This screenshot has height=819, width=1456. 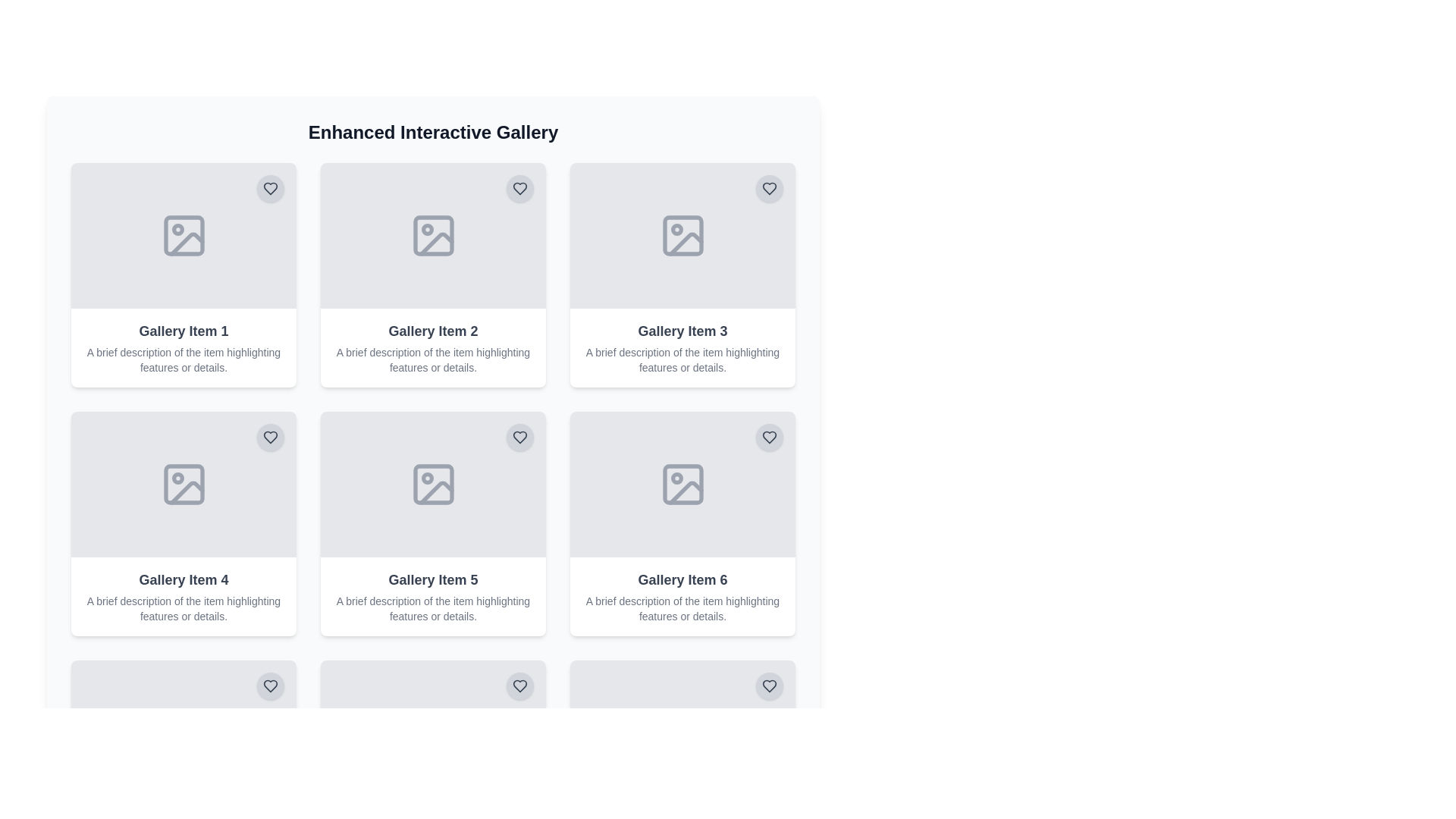 I want to click on the heart SVG icon in the top-right corner of 'Gallery Item 5' to observe visual feedback, so click(x=520, y=438).